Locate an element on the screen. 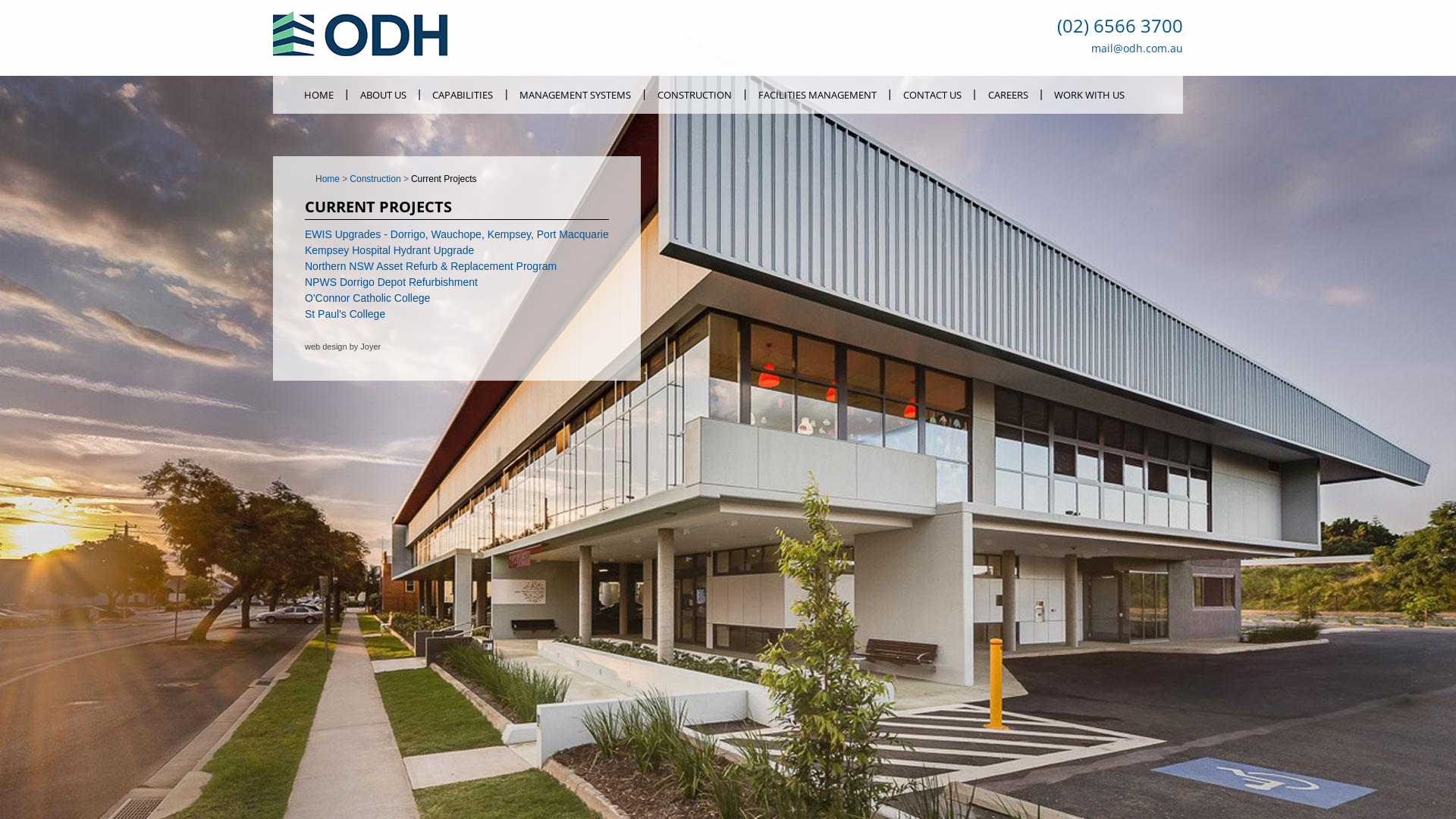  'Joyer' is located at coordinates (370, 346).